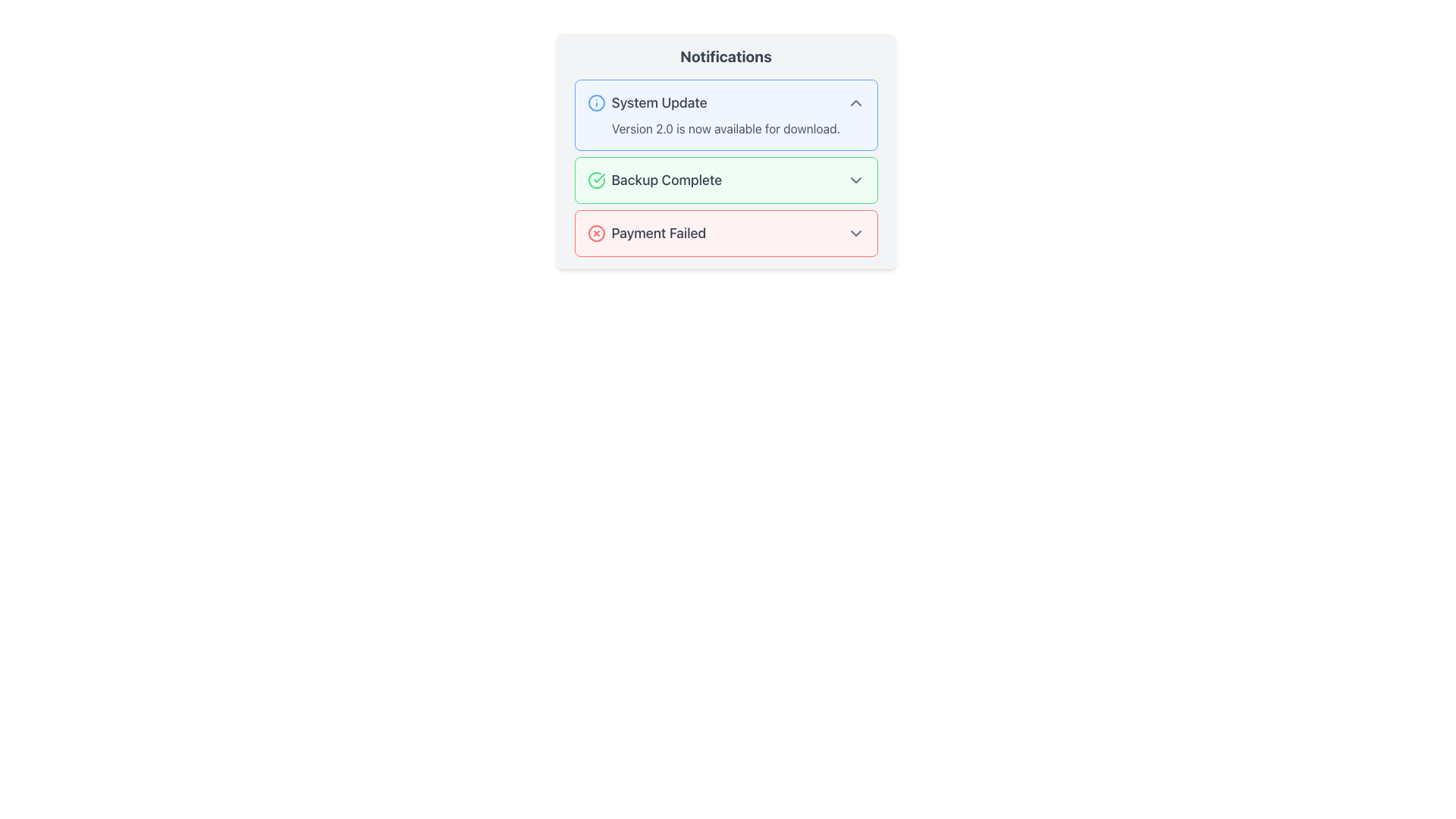 The image size is (1456, 819). Describe the element at coordinates (725, 234) in the screenshot. I see `the notification message indicating a failed payment process` at that location.